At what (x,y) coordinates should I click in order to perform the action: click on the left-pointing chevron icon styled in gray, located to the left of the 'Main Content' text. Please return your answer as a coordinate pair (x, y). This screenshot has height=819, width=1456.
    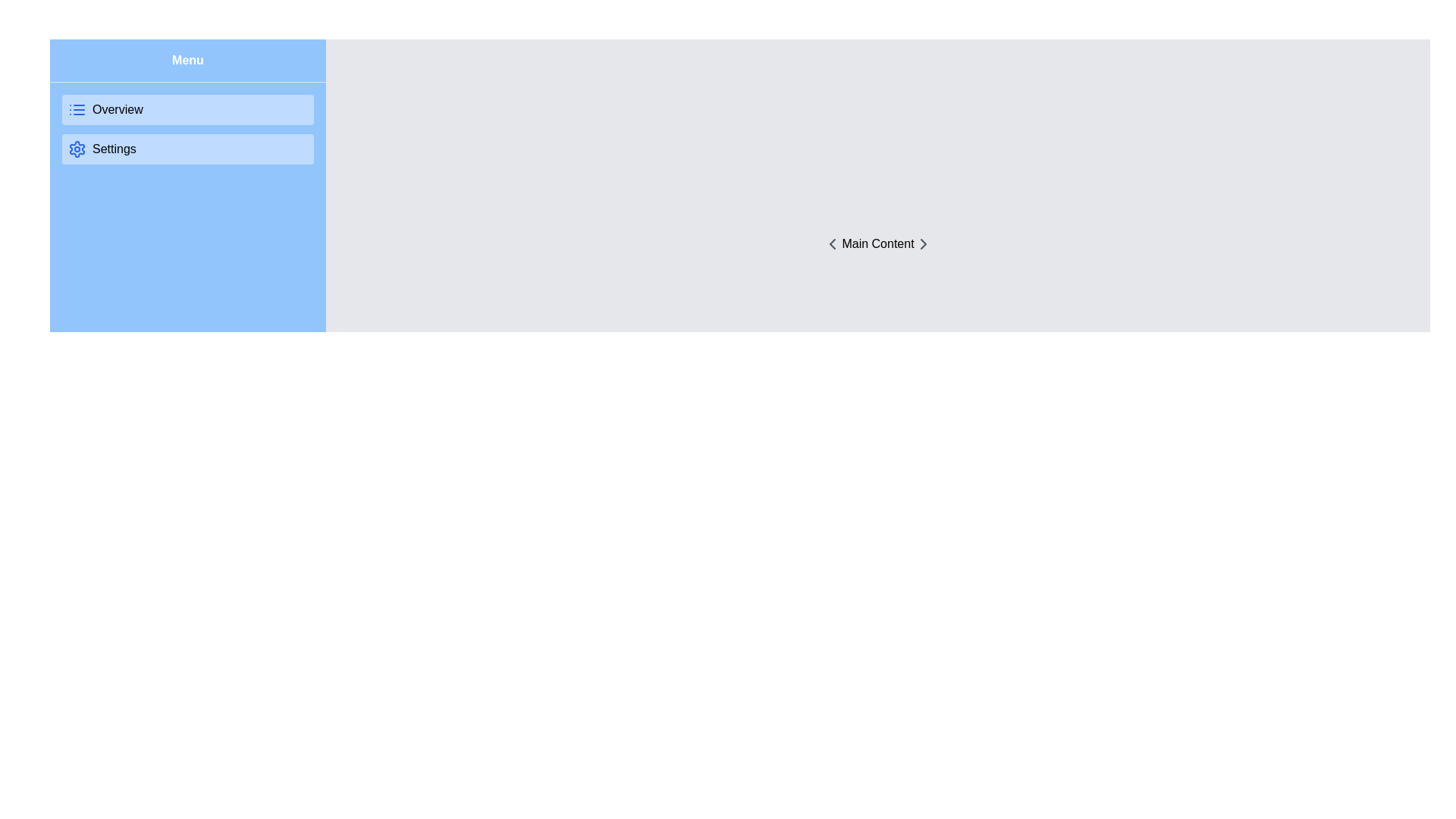
    Looking at the image, I should click on (832, 243).